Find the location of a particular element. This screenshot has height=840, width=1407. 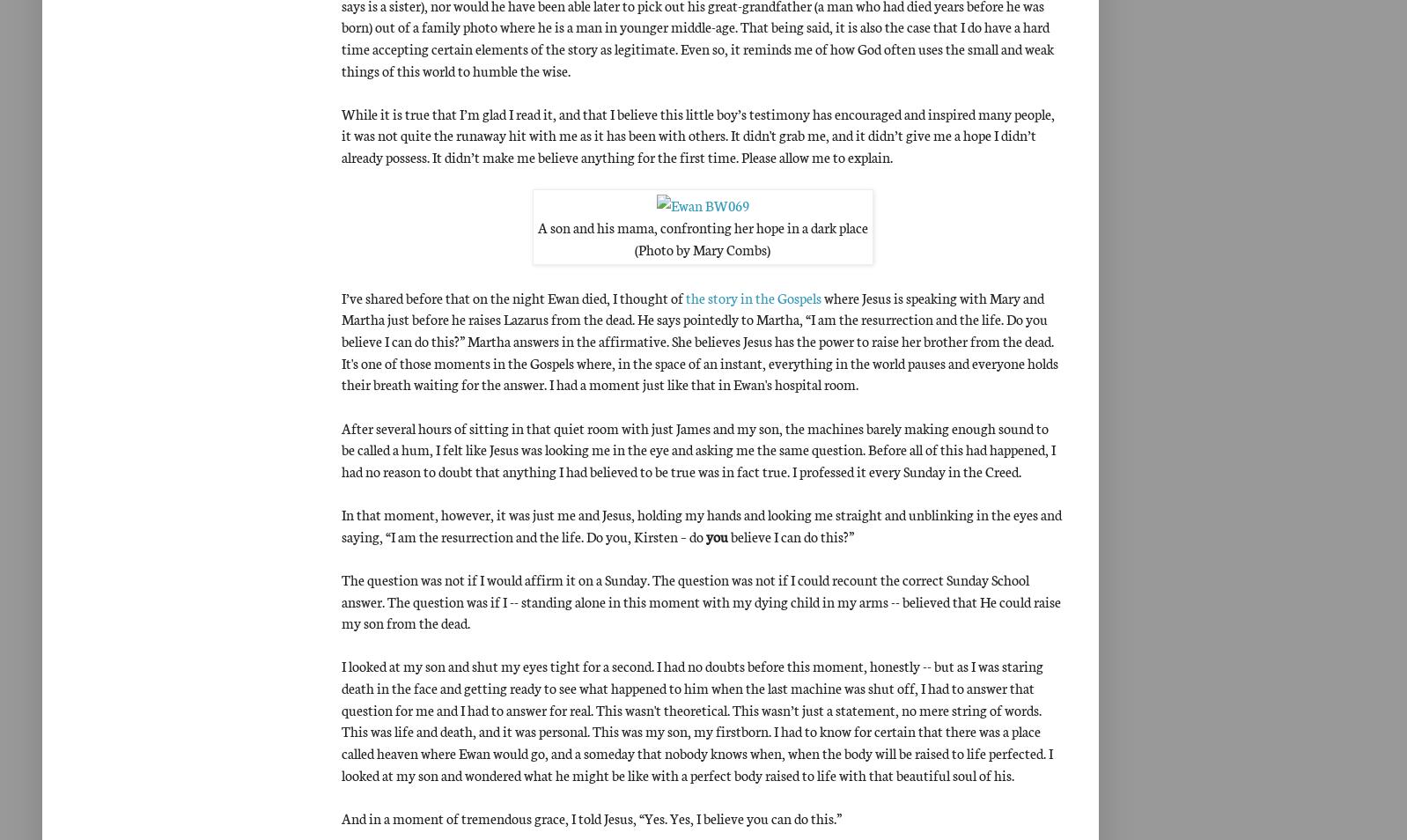

'where Jesus is speaking with Mary and Martha just before he raises Lazarus from the dead. He says pointedly to Martha, “I am the resurrection and the life. Do you believe I can do this?” Martha answers in the affirmative. She believes Jesus has the power to raise her brother from the dead. It's one of those moments in the Gospels where, in the space of an instant, everything in the world pauses and everyone holds their breath waiting for the answer. I had a moment just like that in Ewan's hospital room.' is located at coordinates (700, 340).